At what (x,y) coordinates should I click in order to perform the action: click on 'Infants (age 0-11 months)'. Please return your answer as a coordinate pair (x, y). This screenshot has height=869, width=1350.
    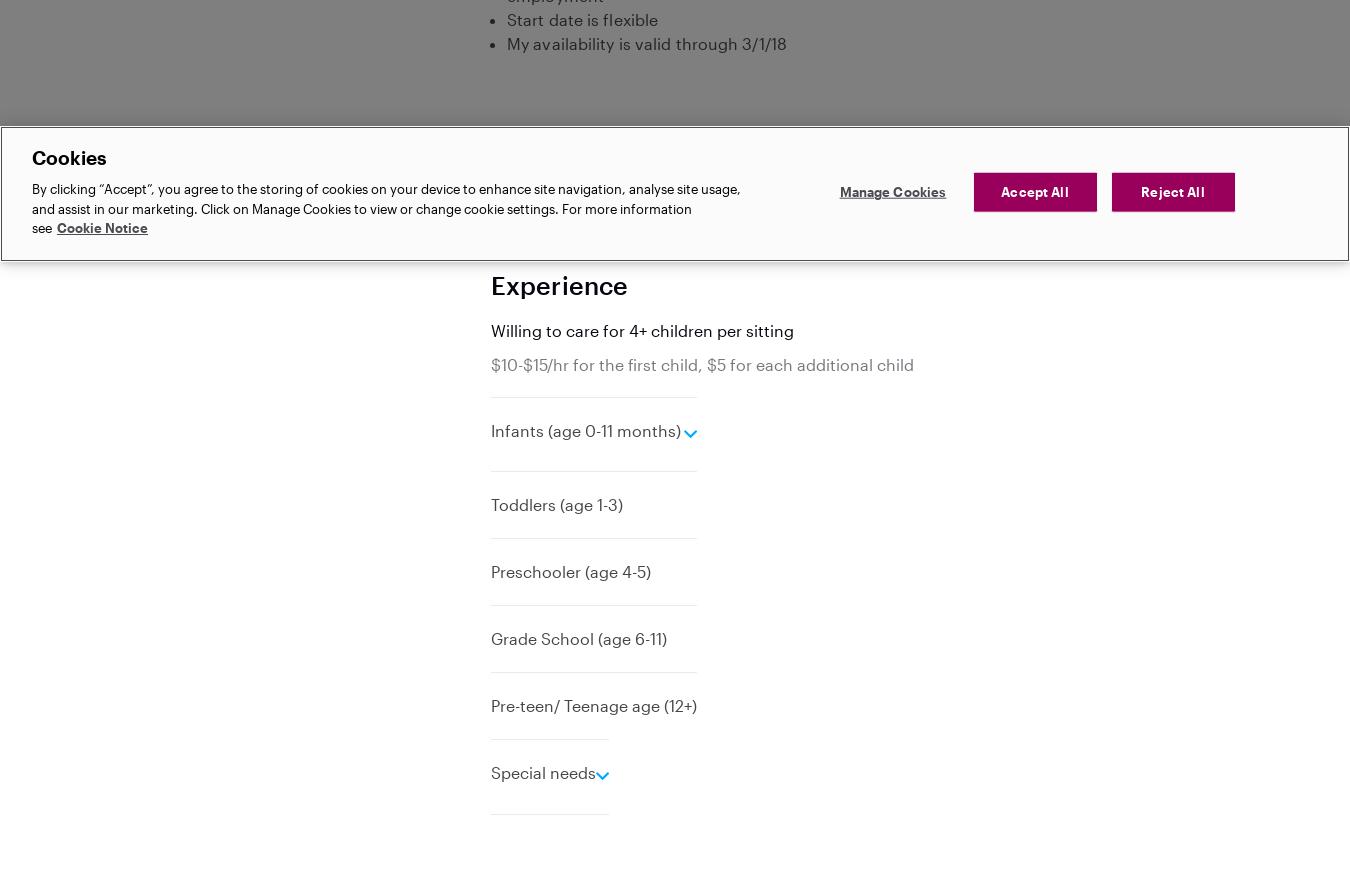
    Looking at the image, I should click on (586, 428).